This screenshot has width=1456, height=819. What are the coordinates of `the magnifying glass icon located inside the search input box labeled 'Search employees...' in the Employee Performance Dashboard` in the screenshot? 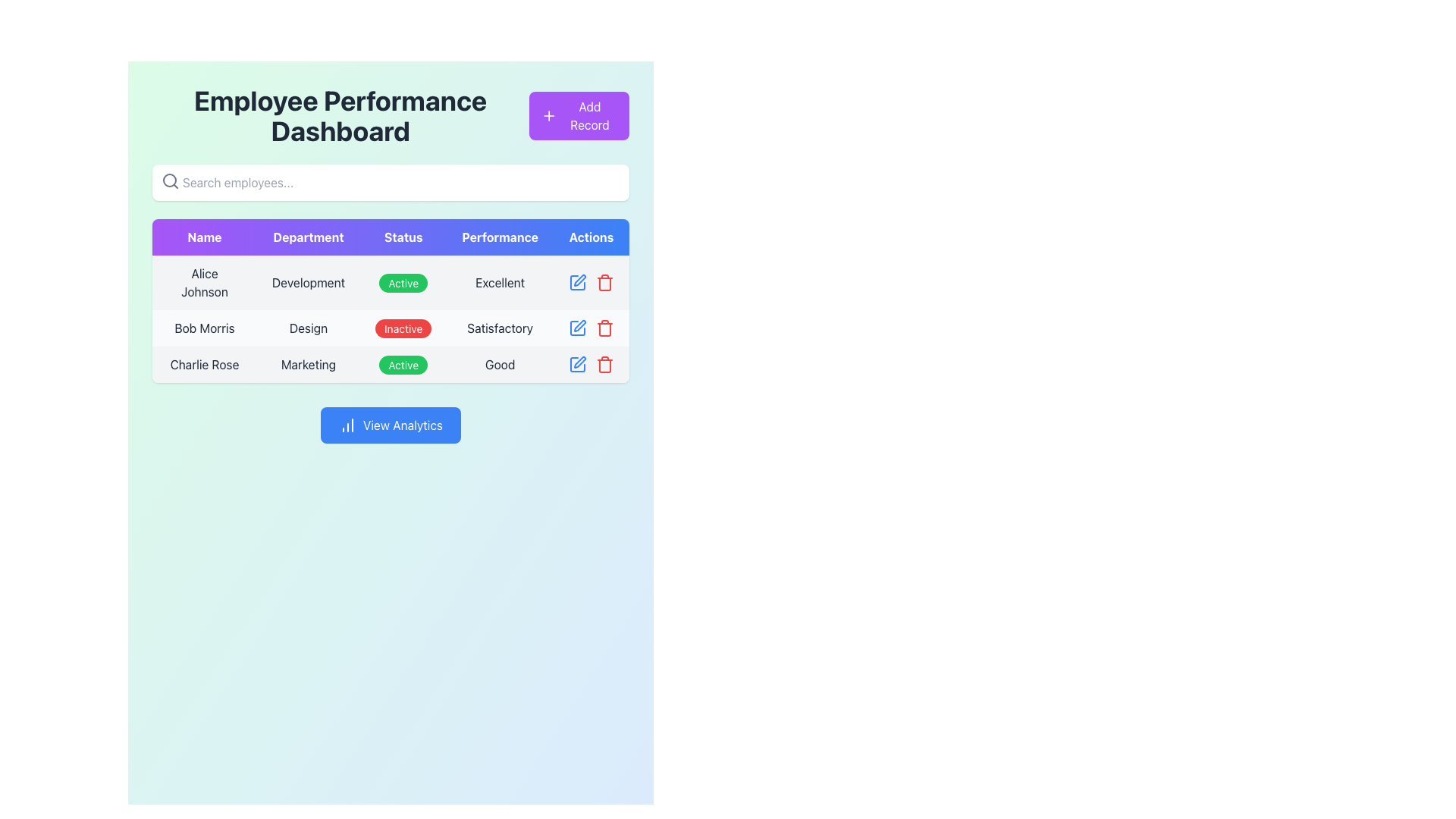 It's located at (171, 180).